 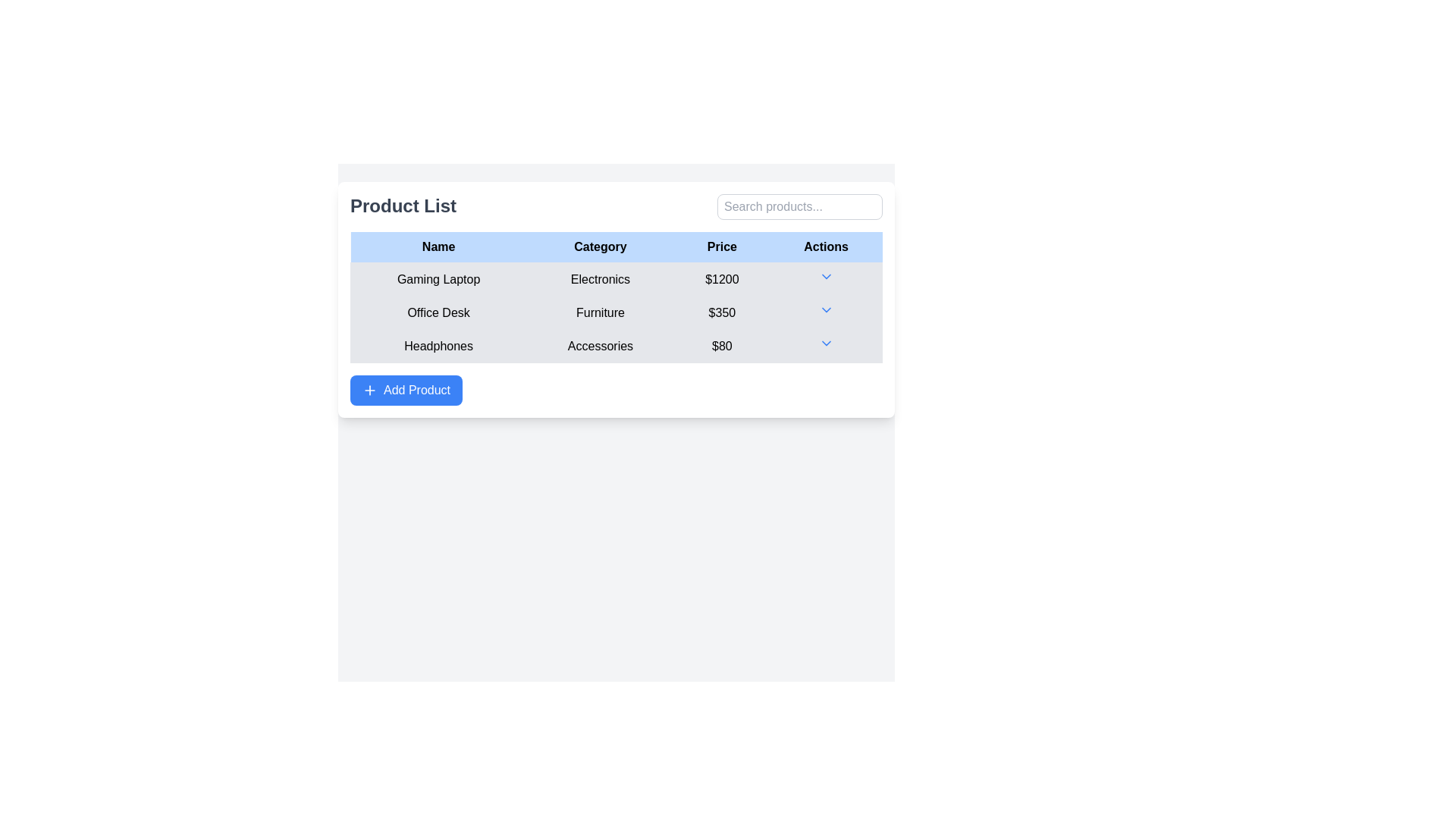 What do you see at coordinates (825, 279) in the screenshot?
I see `the compact triangular arrow icon at the far-right end of the row displaying details about the 'Gaming Laptop'` at bounding box center [825, 279].